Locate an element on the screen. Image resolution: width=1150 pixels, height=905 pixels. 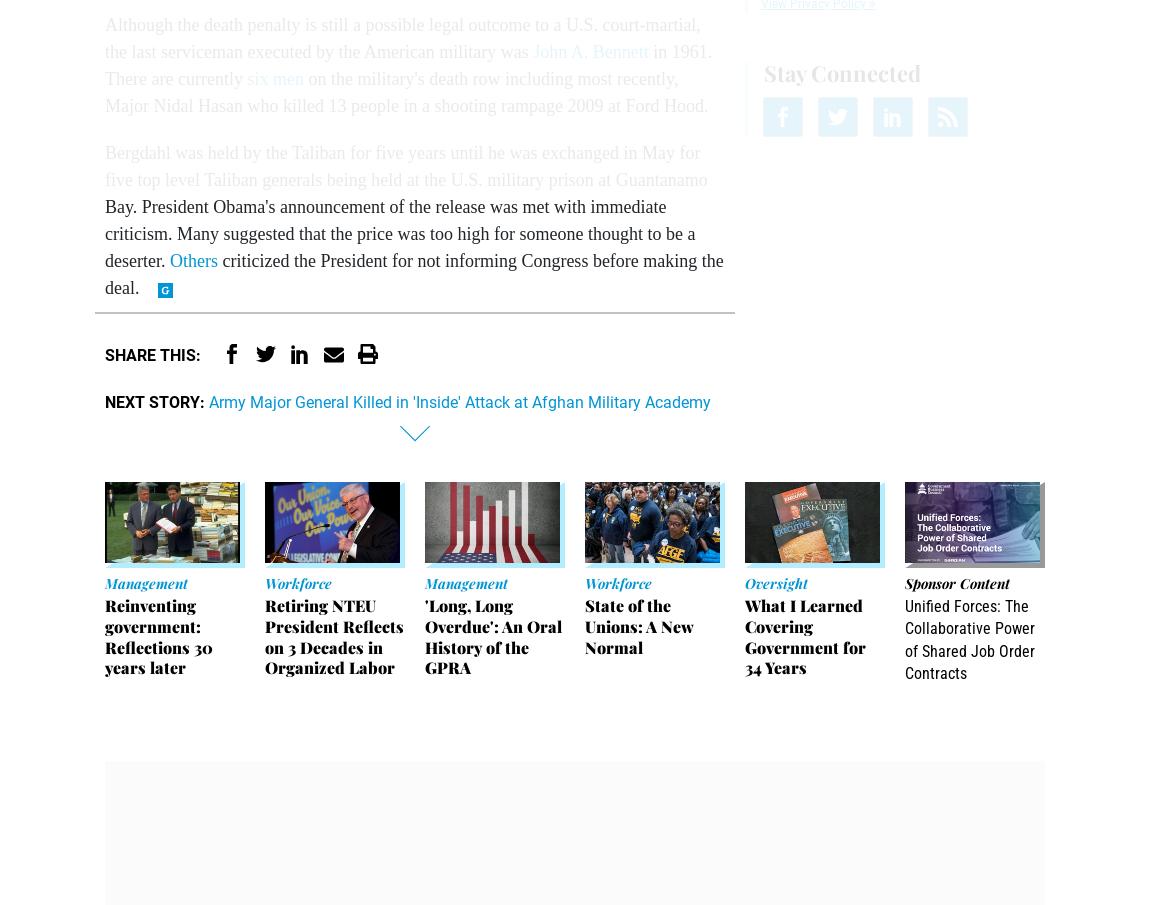
'NEXT STORY:' is located at coordinates (154, 401).